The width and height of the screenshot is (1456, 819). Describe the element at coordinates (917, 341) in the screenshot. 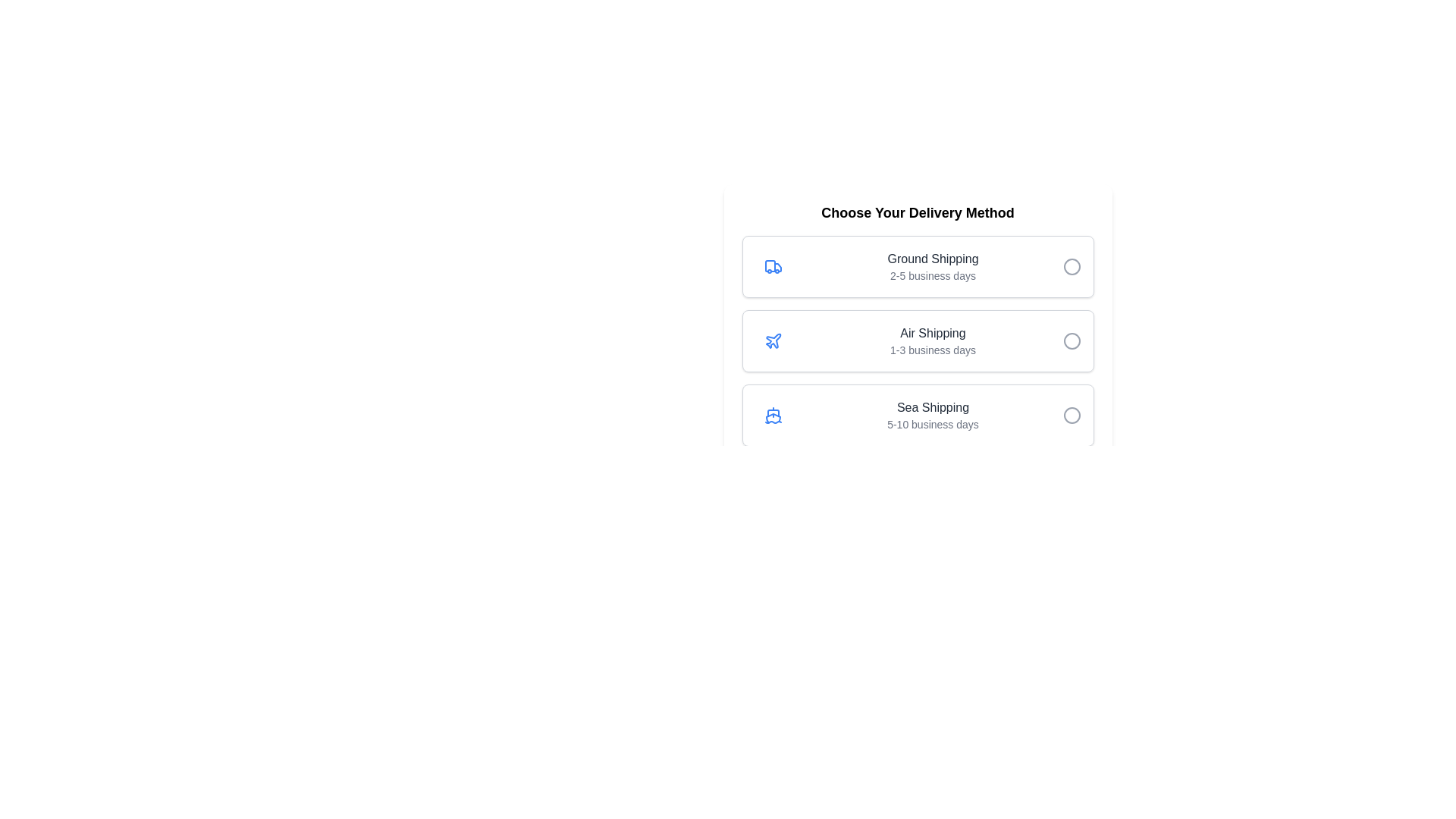

I see `the 'Air Shipping' selectable option using keyboard navigation` at that location.